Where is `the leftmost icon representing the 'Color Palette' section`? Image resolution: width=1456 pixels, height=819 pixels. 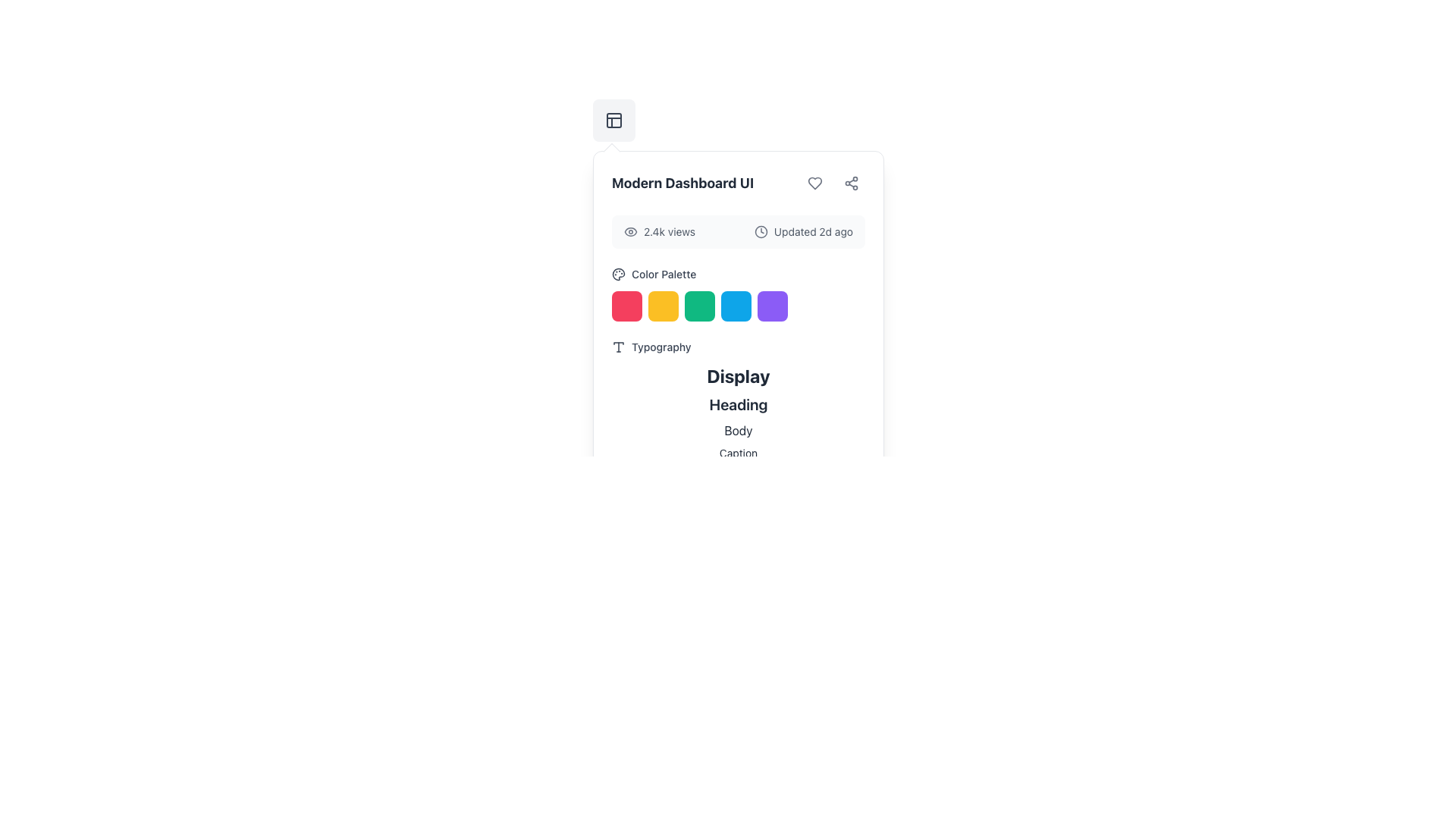
the leftmost icon representing the 'Color Palette' section is located at coordinates (619, 275).